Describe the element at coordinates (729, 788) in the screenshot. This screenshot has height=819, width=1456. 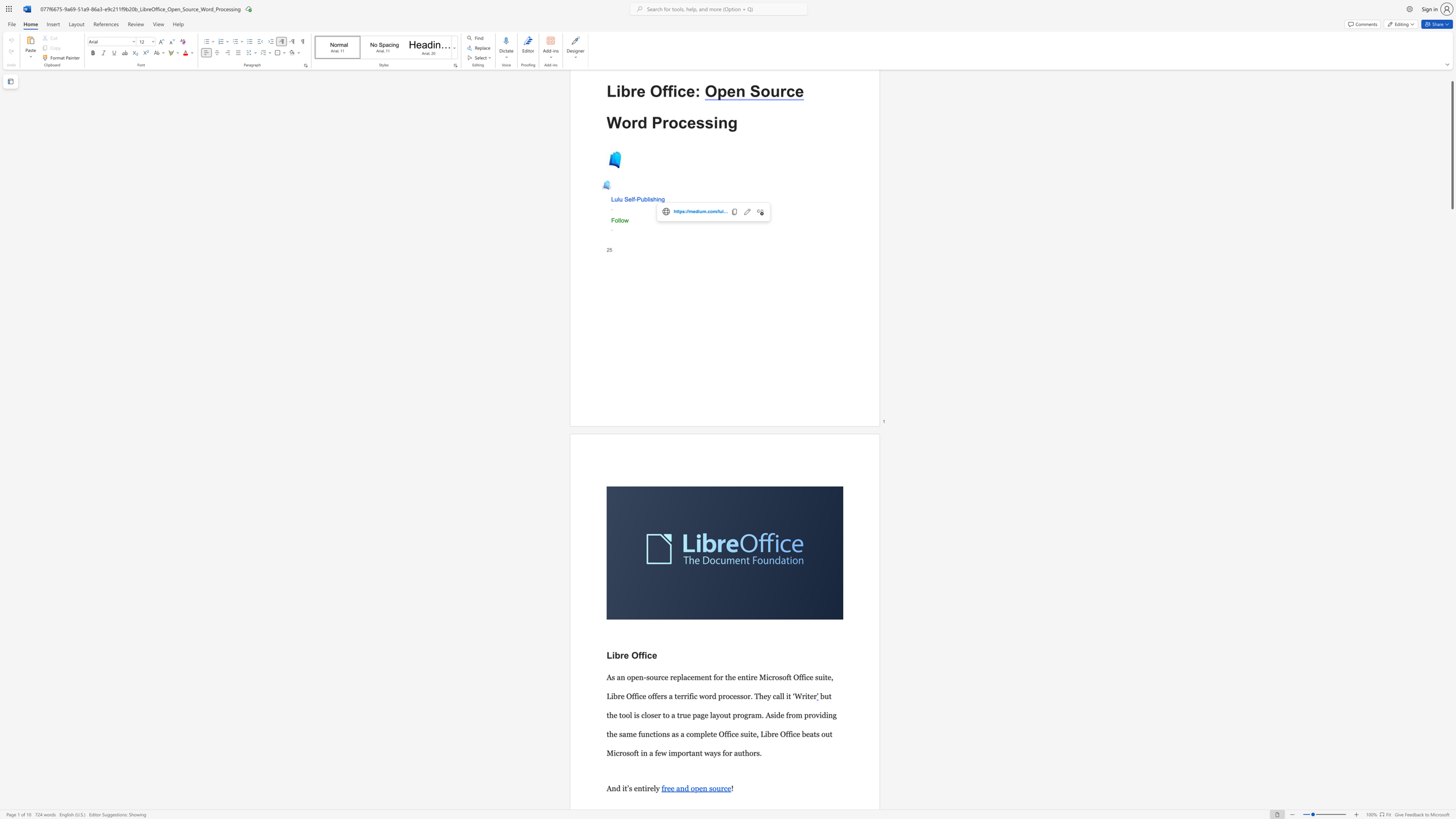
I see `the 4th character "e" in the text` at that location.